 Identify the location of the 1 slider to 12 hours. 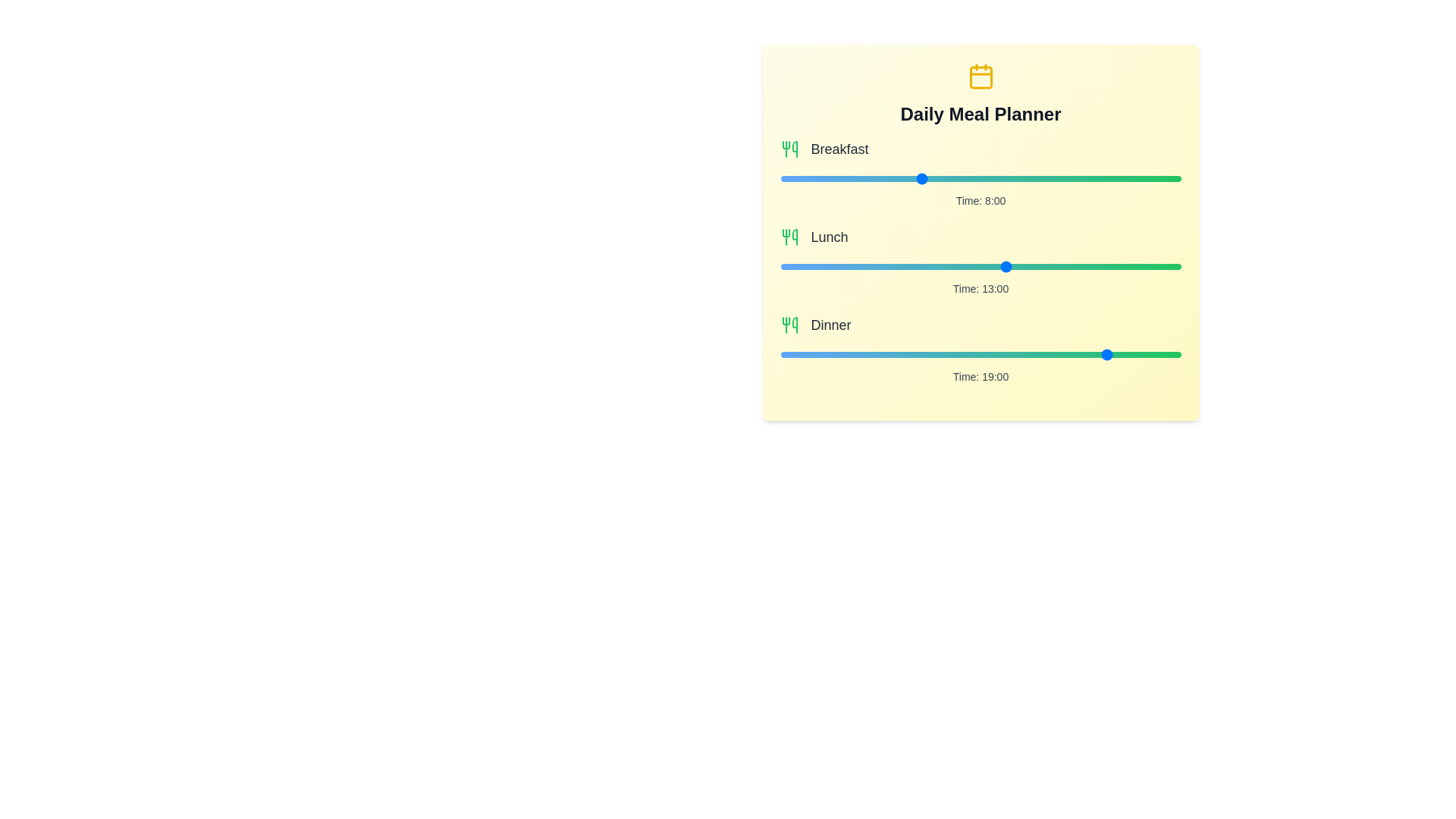
(1189, 265).